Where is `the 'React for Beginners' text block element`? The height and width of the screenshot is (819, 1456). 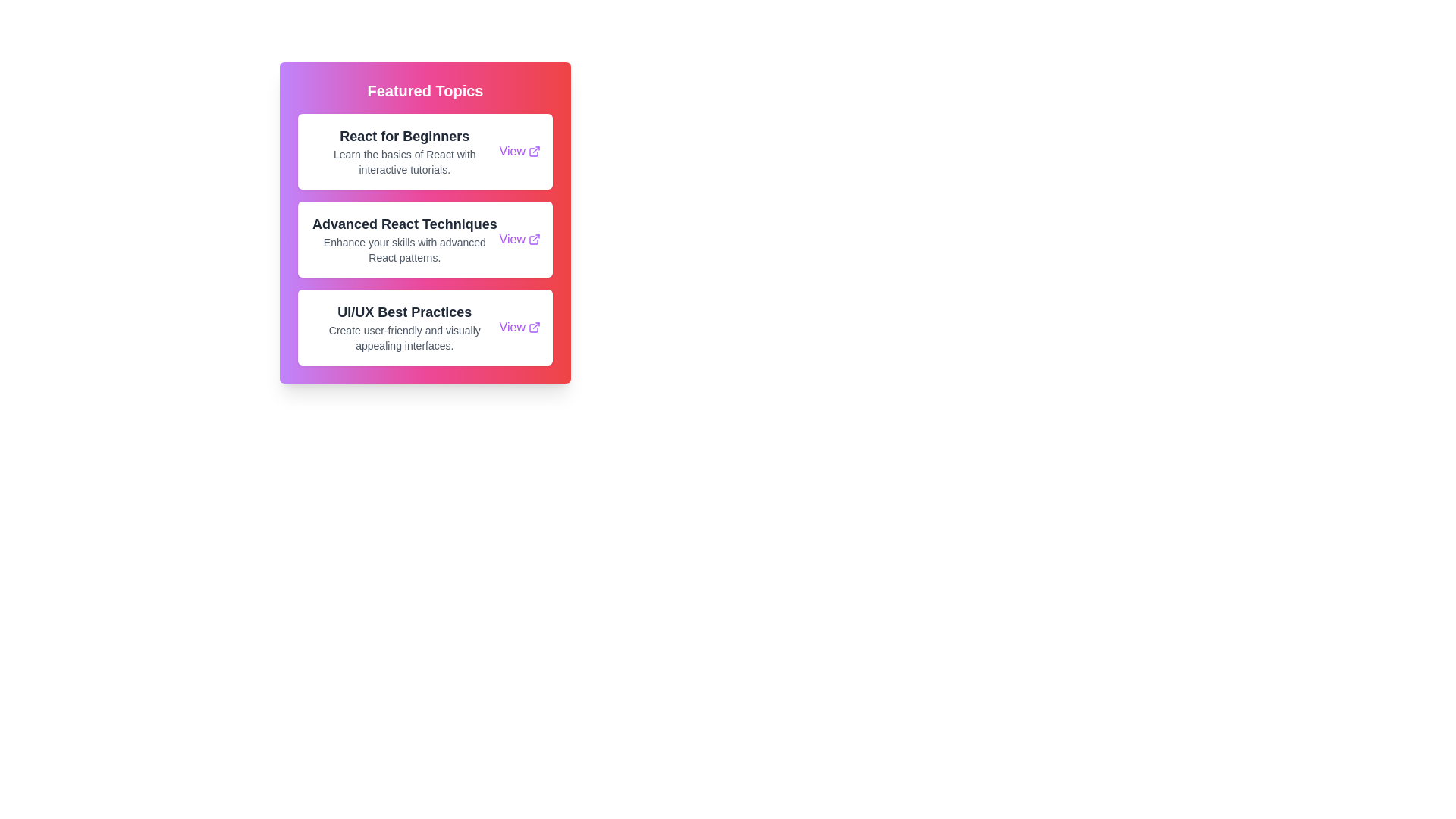 the 'React for Beginners' text block element is located at coordinates (404, 152).